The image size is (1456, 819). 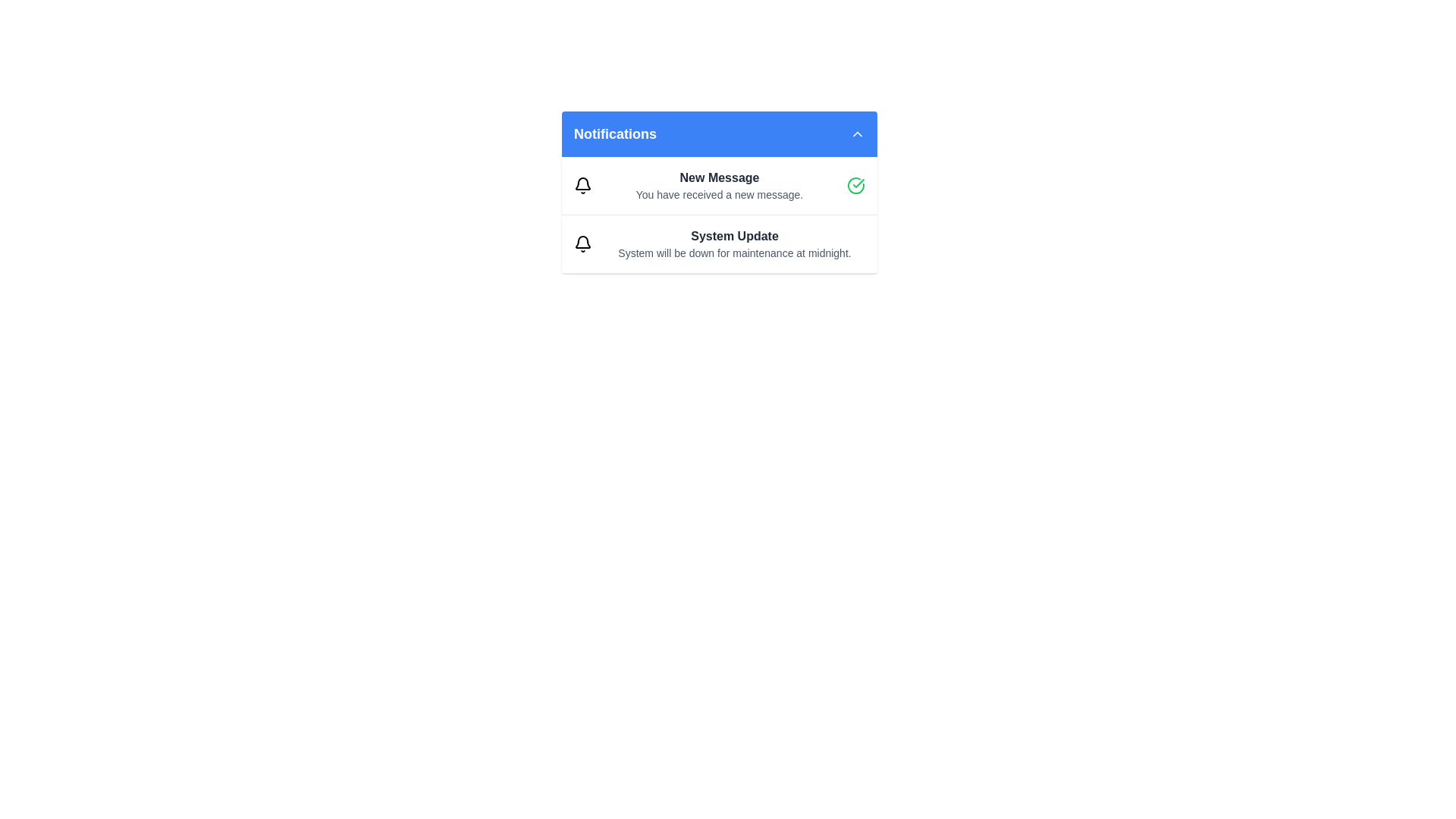 I want to click on the chevron icon button, so click(x=858, y=133).